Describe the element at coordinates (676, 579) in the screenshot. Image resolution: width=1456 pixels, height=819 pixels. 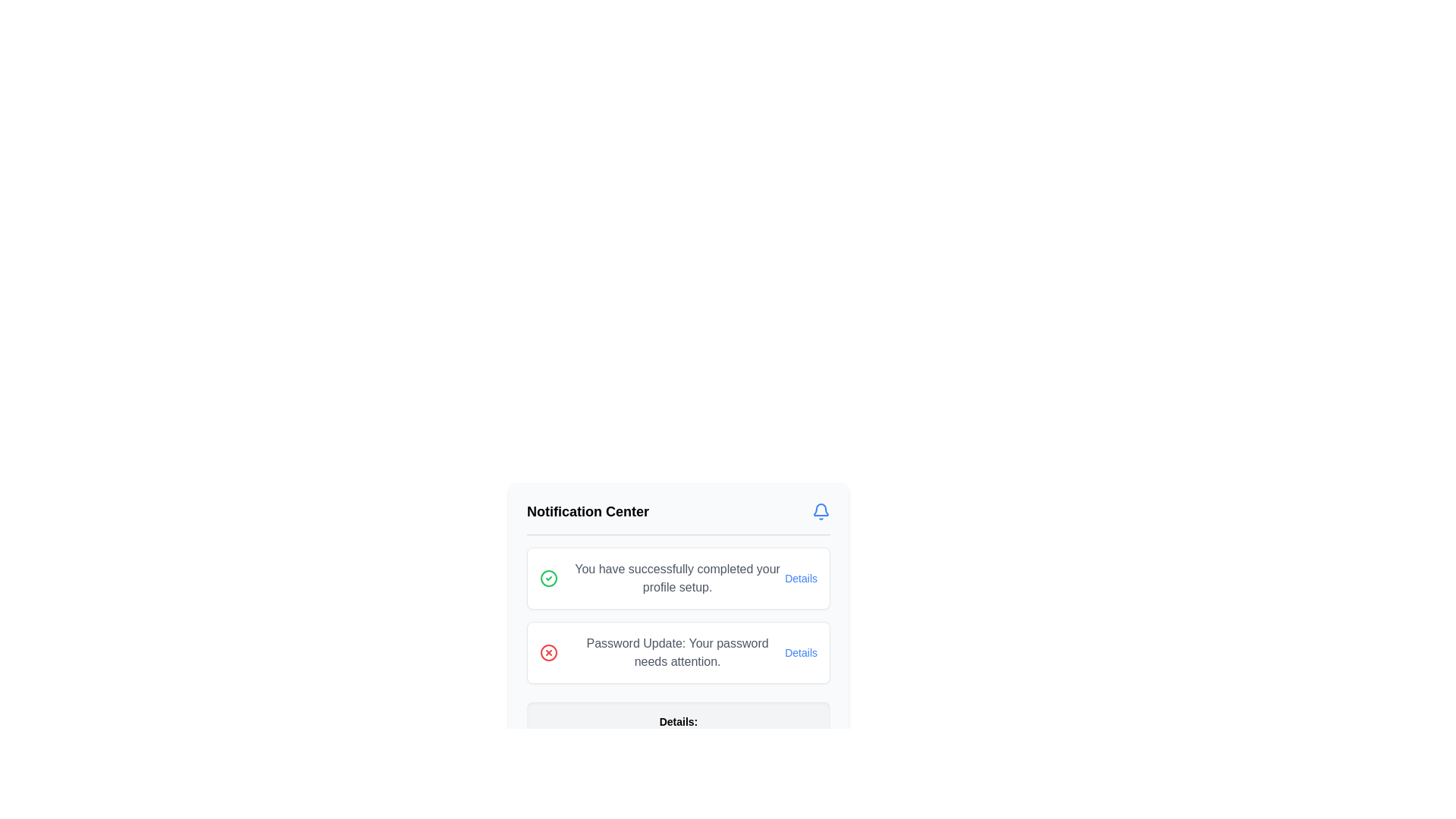
I see `the static text that displays the message 'You have successfully completed your profile setup.' within the Notification Center` at that location.